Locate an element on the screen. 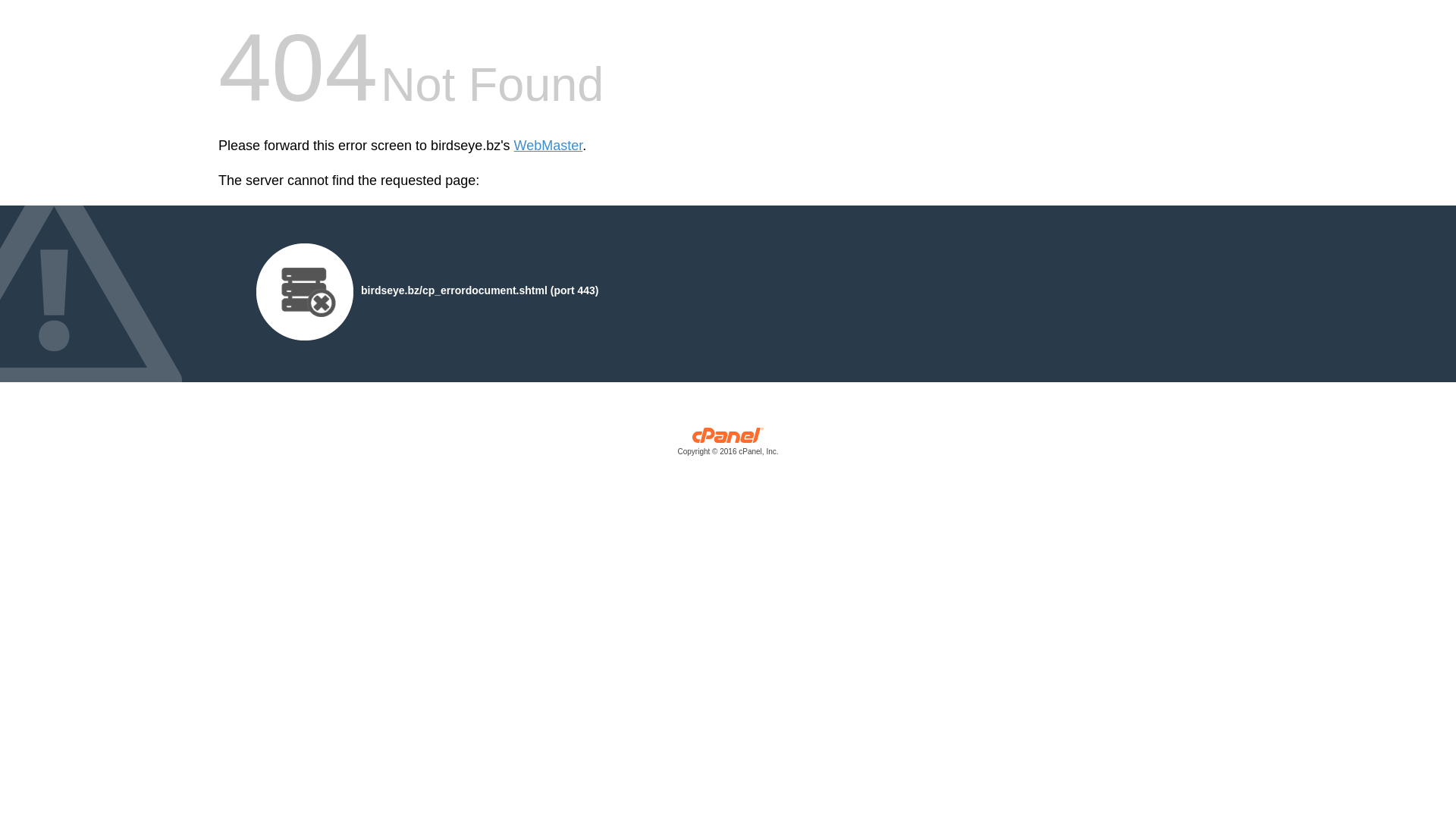 The width and height of the screenshot is (1456, 819). 'WebMaster' is located at coordinates (548, 146).